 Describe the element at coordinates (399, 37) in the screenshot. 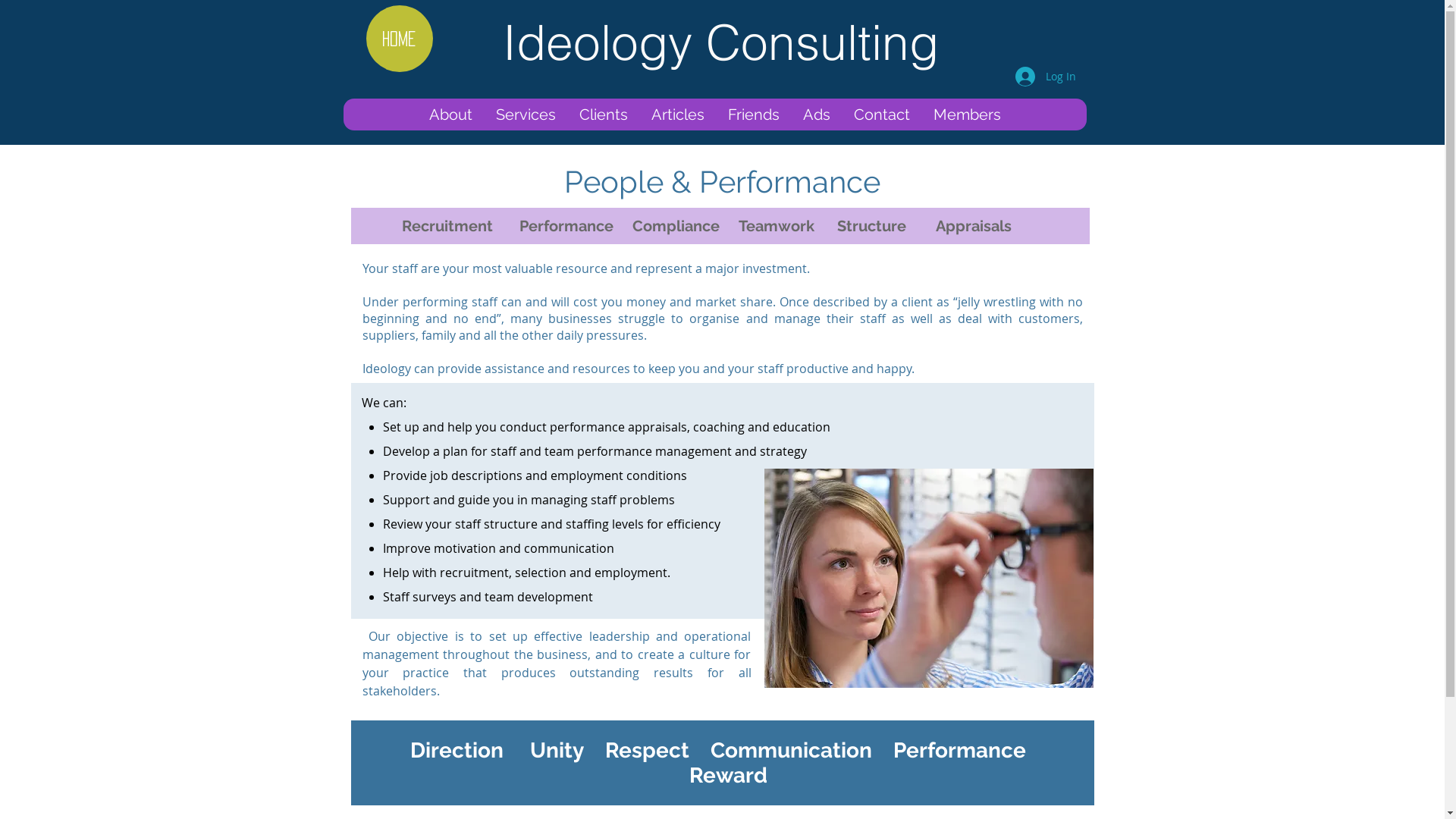

I see `'HOME'` at that location.